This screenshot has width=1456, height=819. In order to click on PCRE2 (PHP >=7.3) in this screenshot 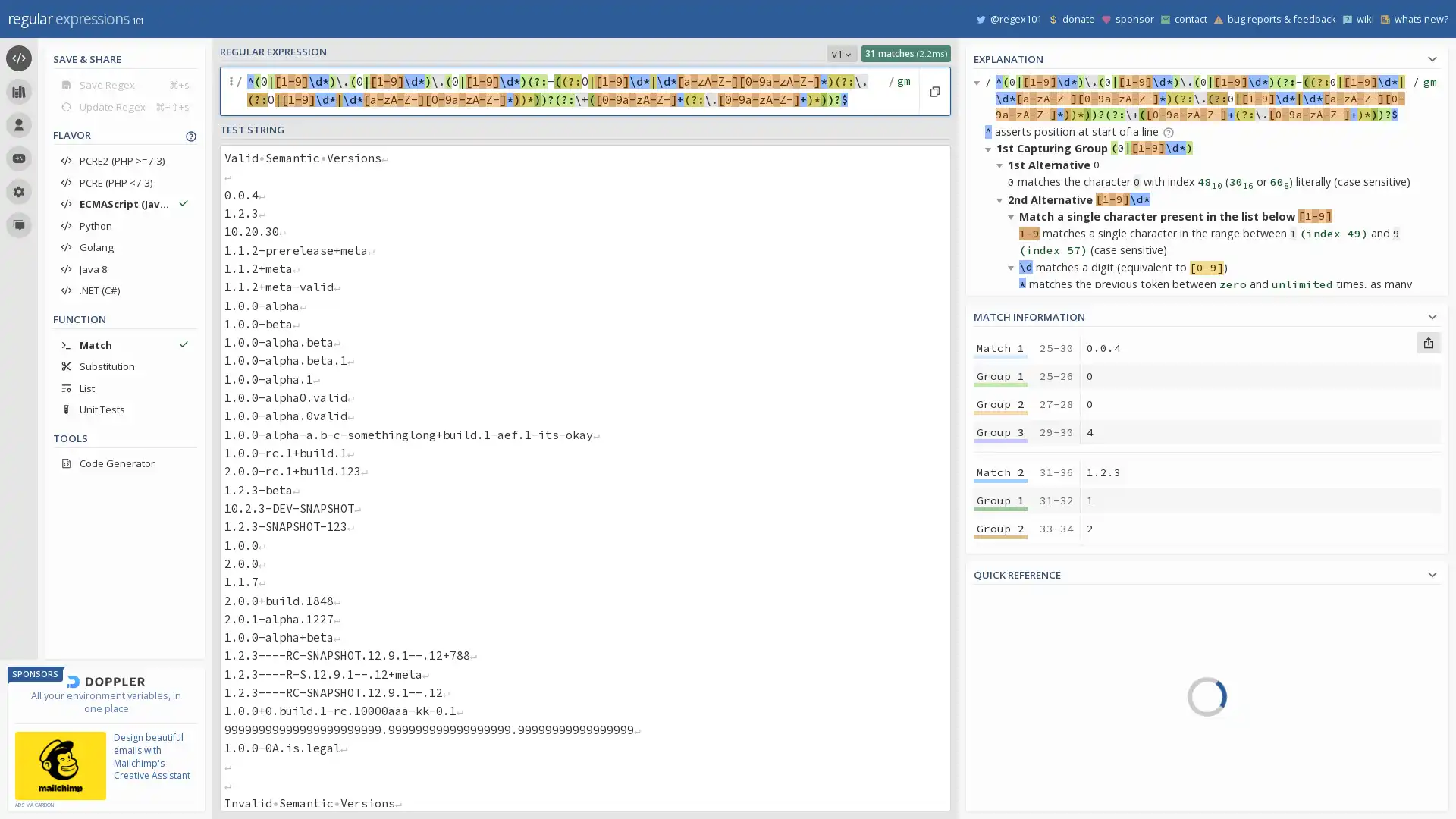, I will do `click(124, 161)`.